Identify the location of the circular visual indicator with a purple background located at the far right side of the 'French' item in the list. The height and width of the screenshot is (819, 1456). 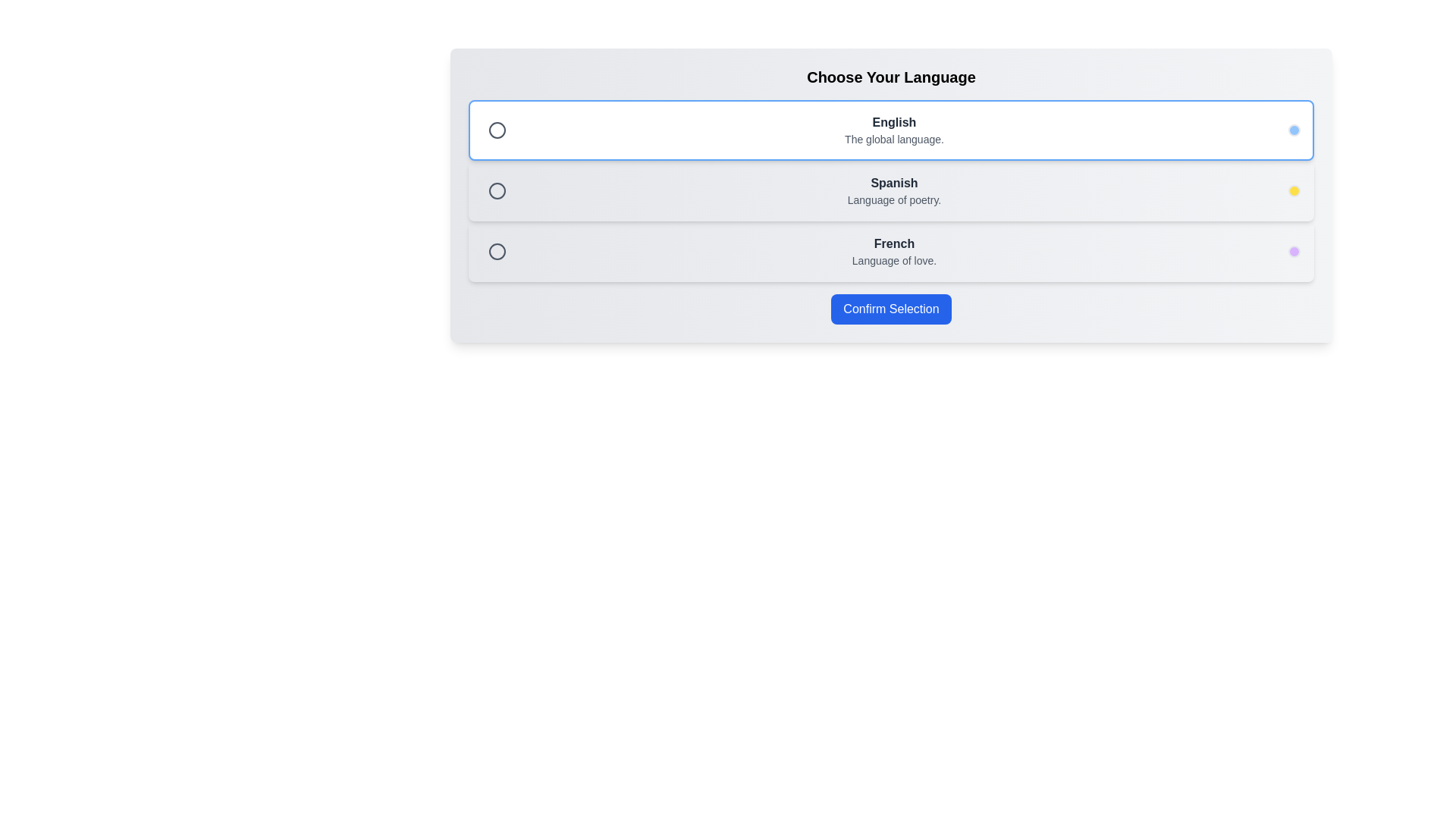
(1294, 250).